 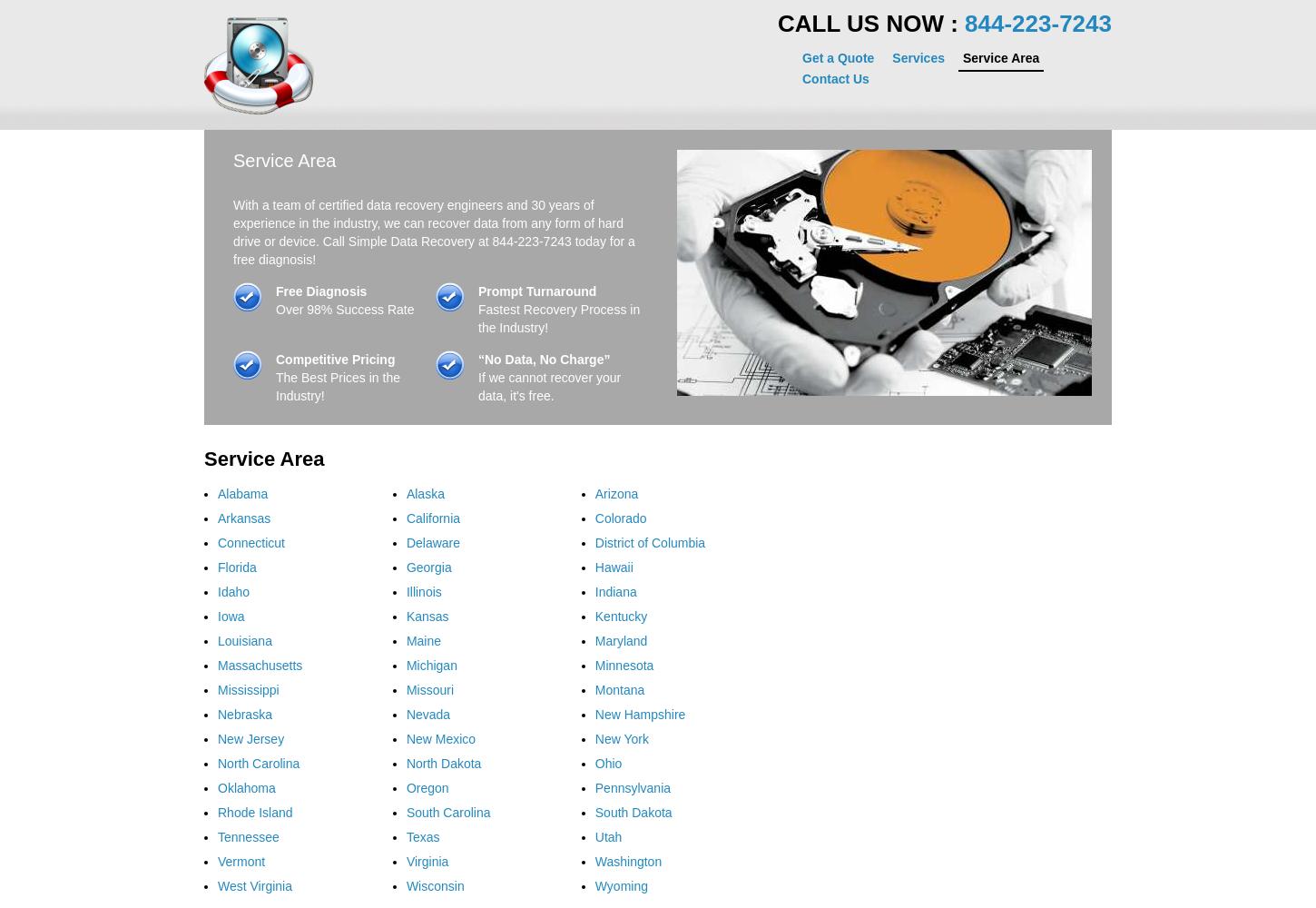 What do you see at coordinates (421, 837) in the screenshot?
I see `'Texas'` at bounding box center [421, 837].